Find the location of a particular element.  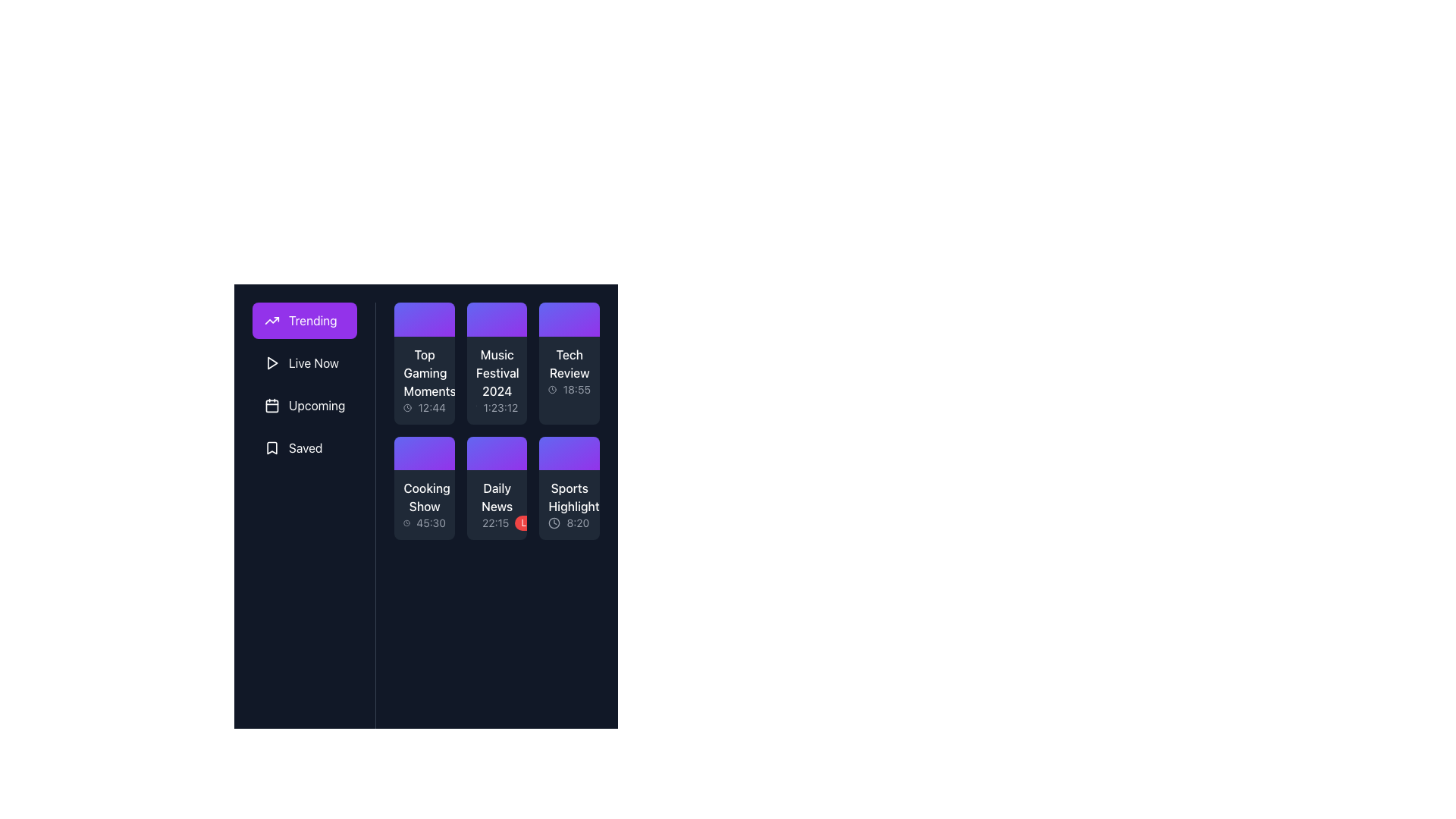

the 'Sports Highlights' text label located in the bottom-right section of the grid layout that identifies the associated content is located at coordinates (569, 497).